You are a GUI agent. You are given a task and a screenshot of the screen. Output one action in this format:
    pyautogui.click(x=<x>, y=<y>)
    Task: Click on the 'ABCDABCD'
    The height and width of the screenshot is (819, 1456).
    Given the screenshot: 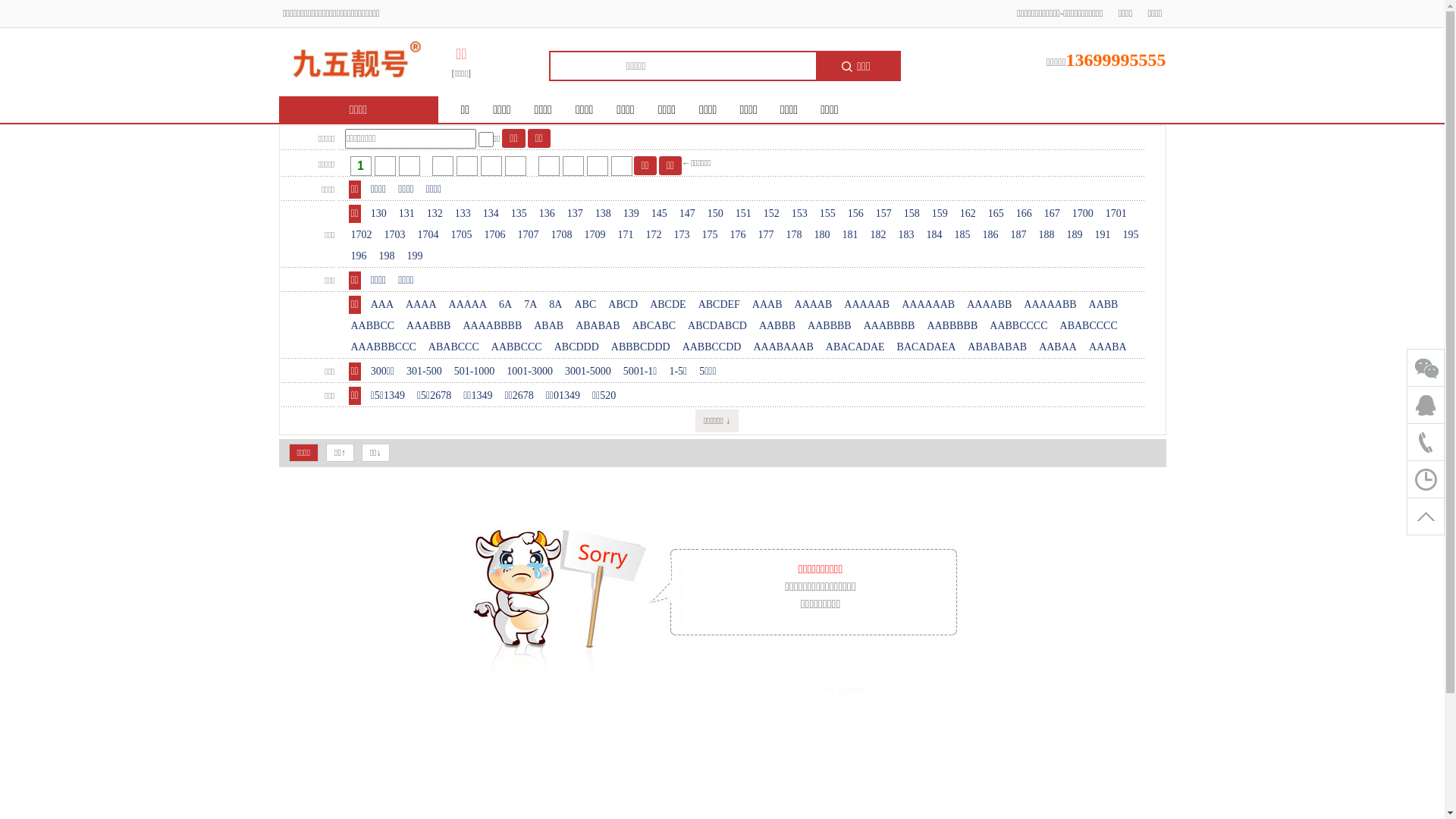 What is the action you would take?
    pyautogui.click(x=716, y=325)
    